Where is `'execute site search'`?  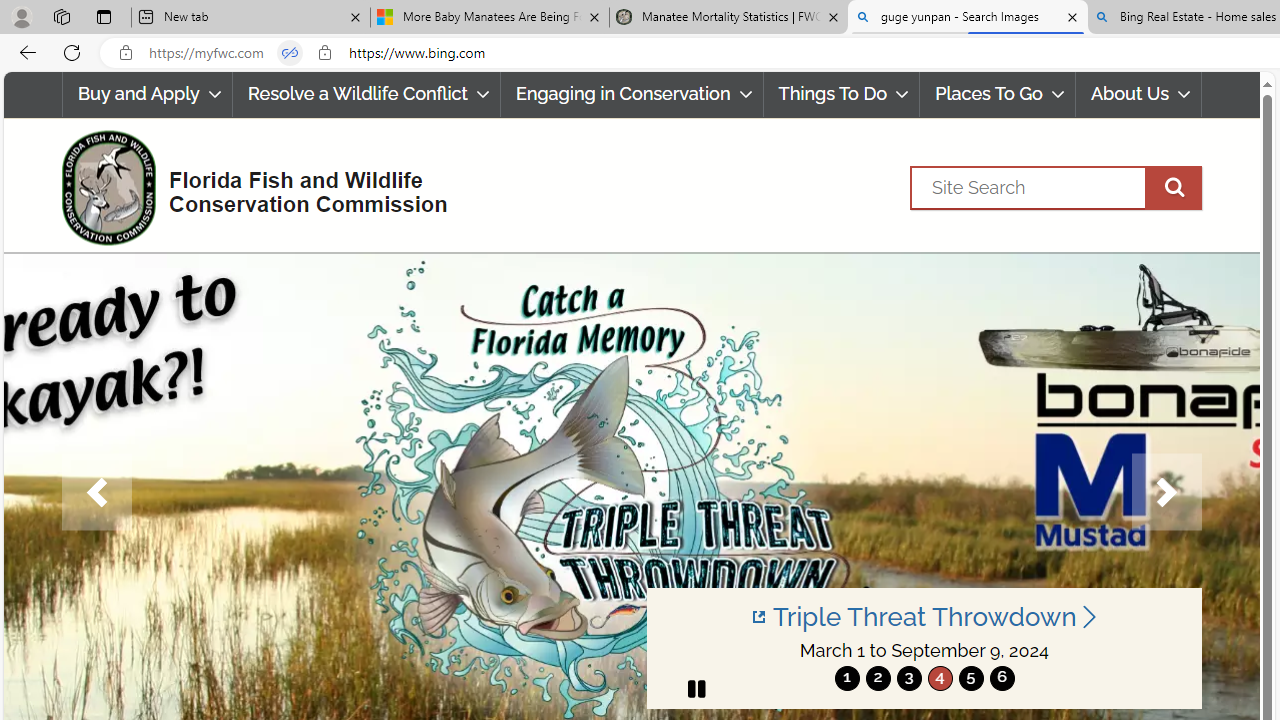 'execute site search' is located at coordinates (1173, 187).